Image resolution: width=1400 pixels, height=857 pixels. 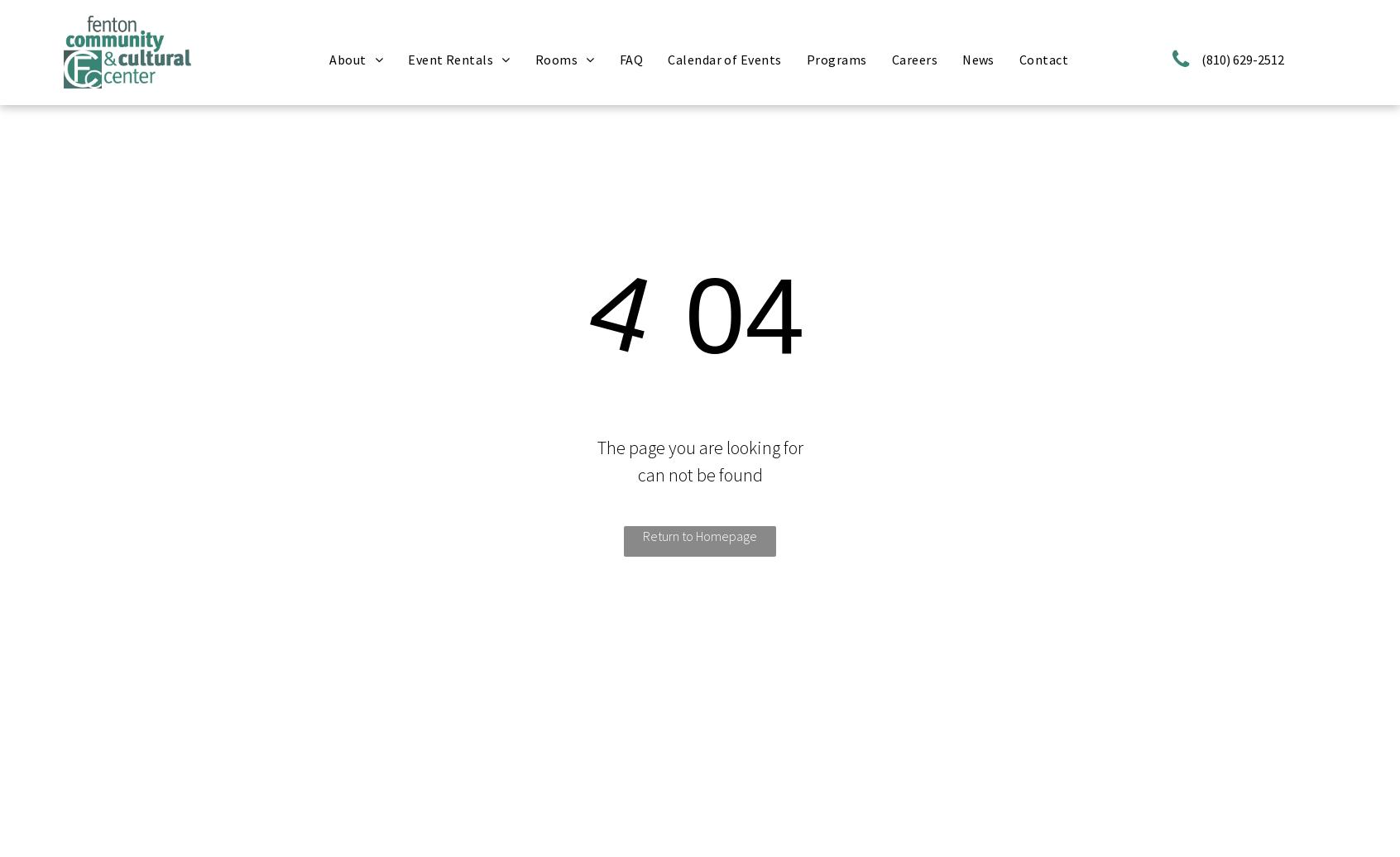 What do you see at coordinates (578, 84) in the screenshot?
I see `'Club Room'` at bounding box center [578, 84].